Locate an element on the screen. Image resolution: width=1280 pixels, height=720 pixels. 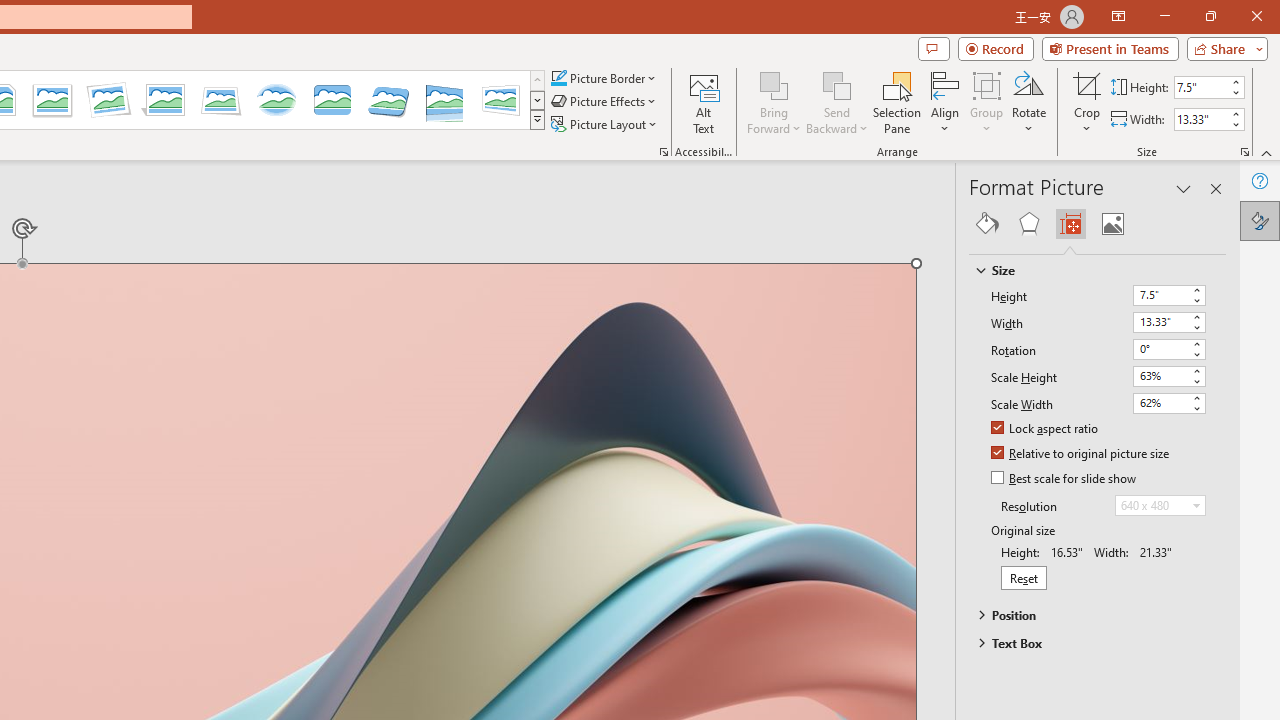
'Class: NetUIGalleryContainer' is located at coordinates (1097, 223).